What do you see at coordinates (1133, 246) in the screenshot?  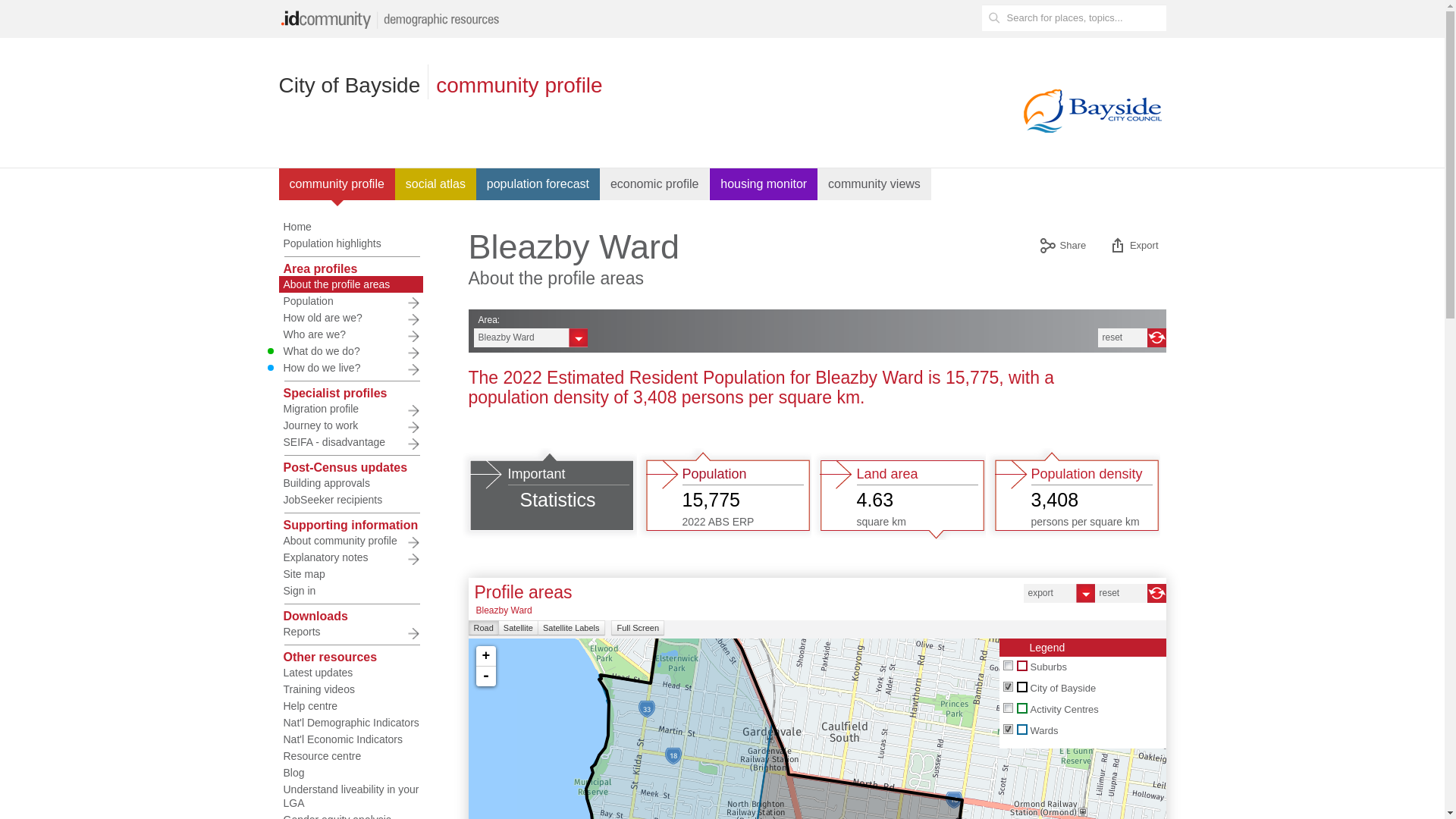 I see `'Export'` at bounding box center [1133, 246].